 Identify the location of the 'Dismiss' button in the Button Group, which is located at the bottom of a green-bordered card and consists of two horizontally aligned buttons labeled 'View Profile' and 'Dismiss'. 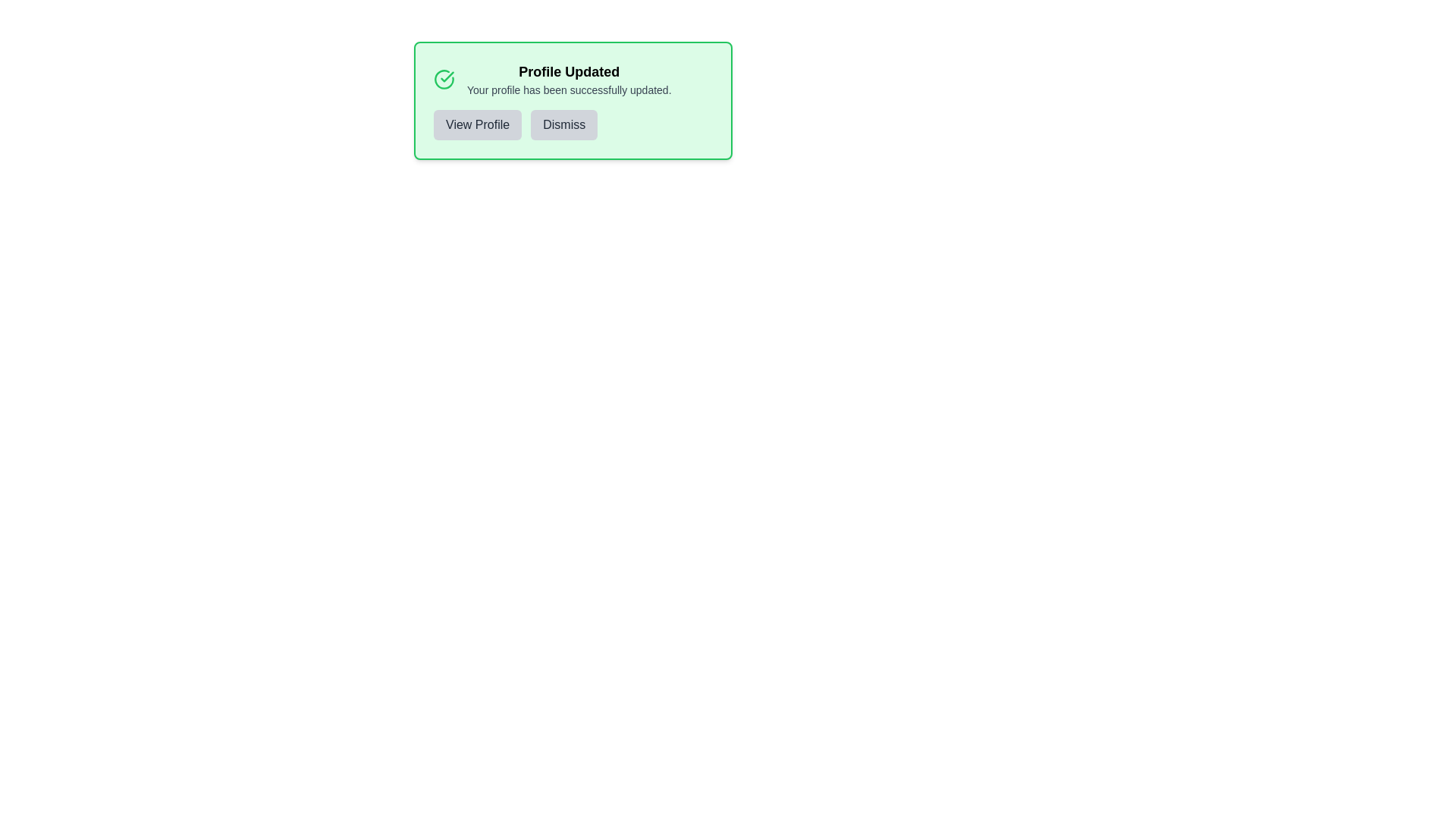
(572, 124).